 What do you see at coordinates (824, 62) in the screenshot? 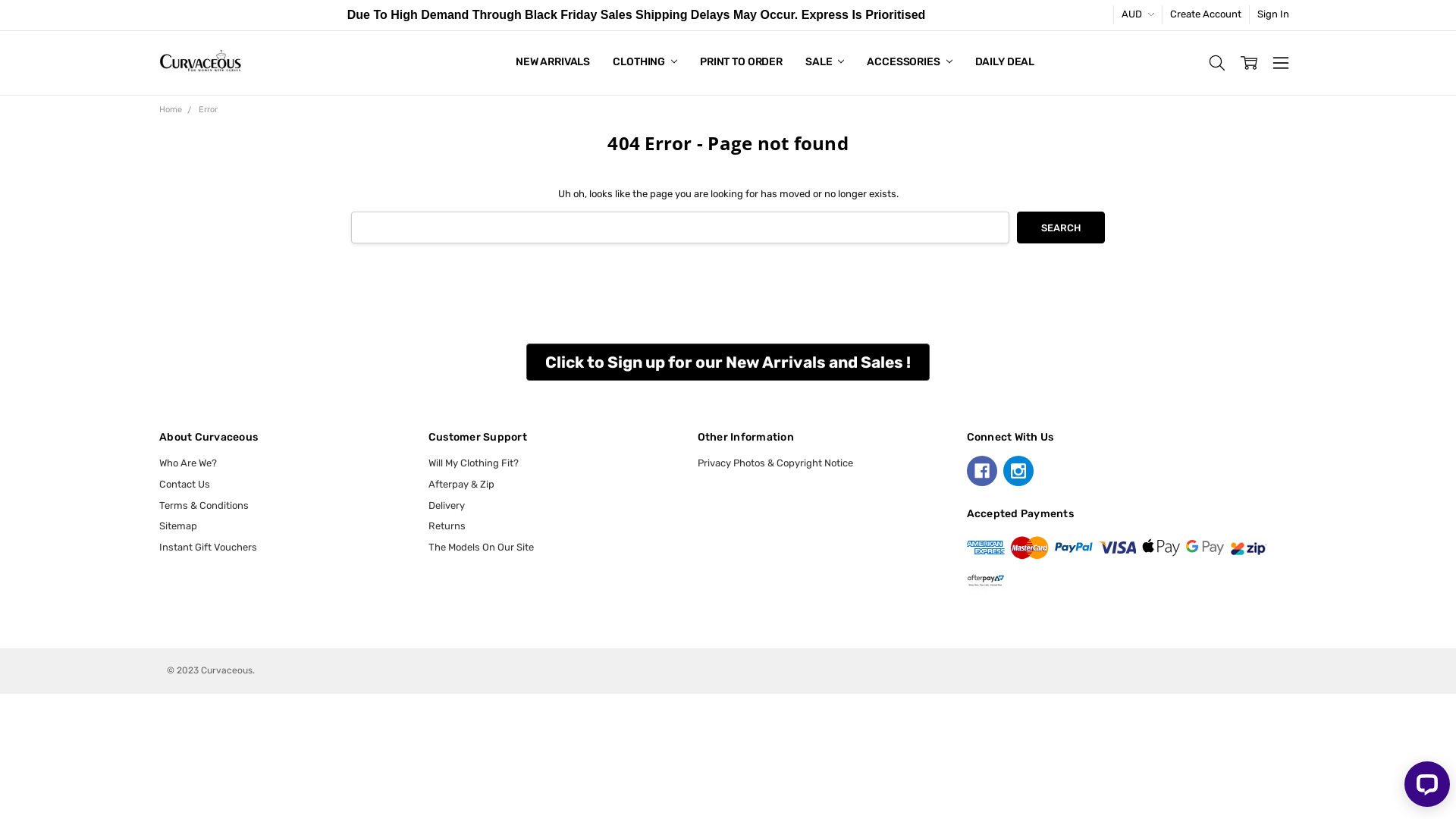
I see `'SALE'` at bounding box center [824, 62].